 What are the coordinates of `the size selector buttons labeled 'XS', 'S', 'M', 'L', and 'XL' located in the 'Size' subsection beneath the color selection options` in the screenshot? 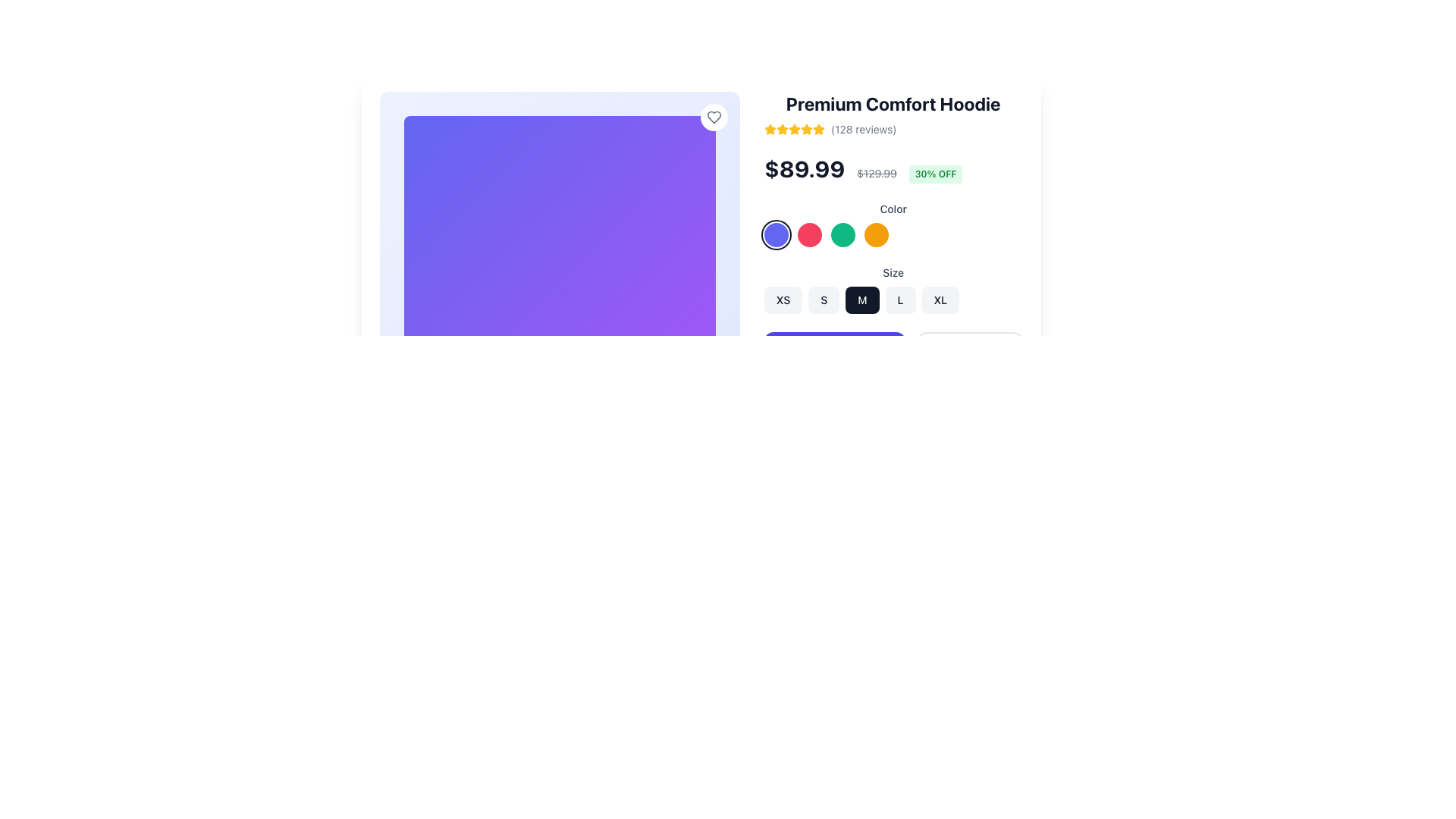 It's located at (893, 289).